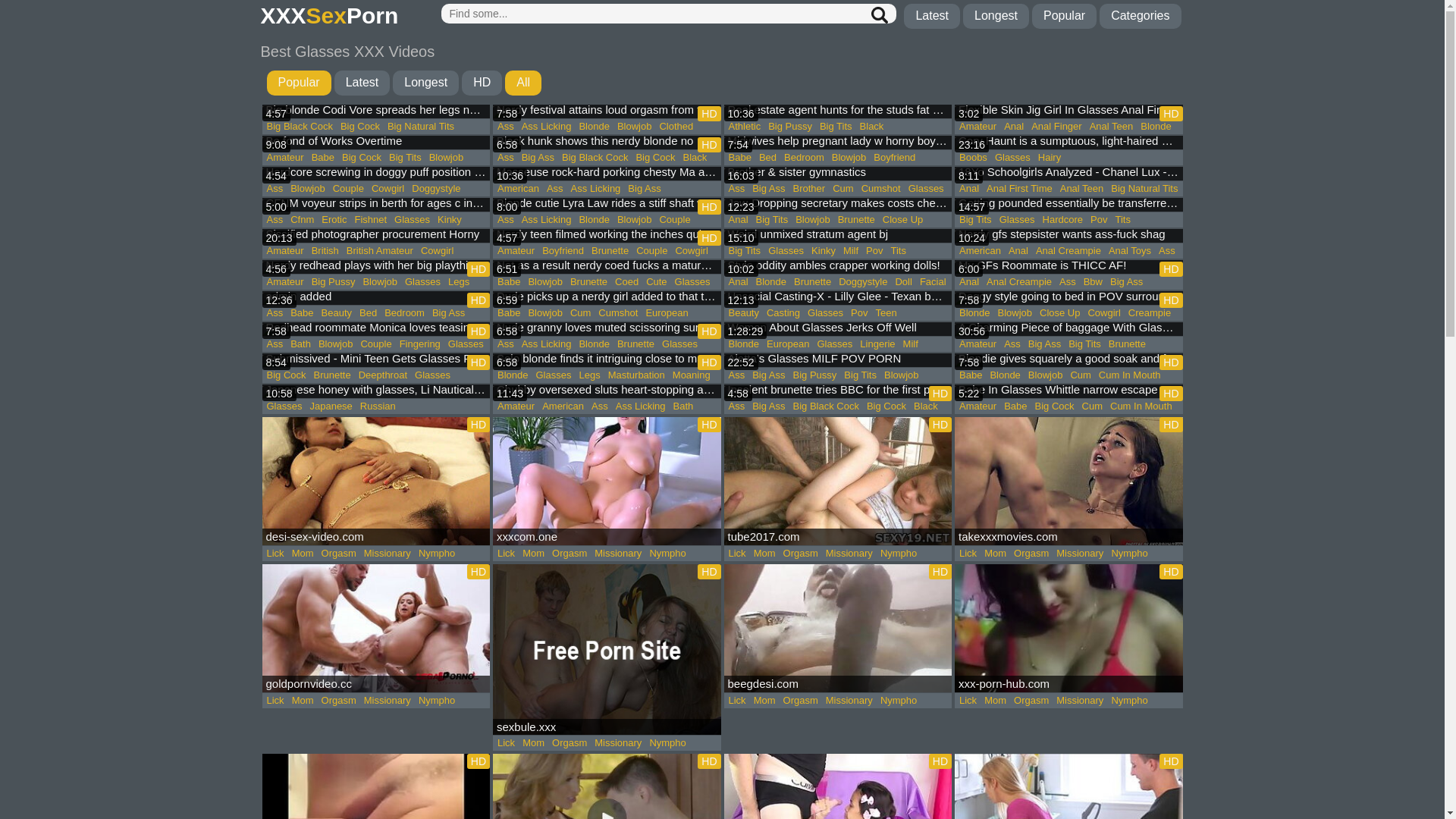 The image size is (1456, 819). What do you see at coordinates (635, 344) in the screenshot?
I see `'Brunette'` at bounding box center [635, 344].